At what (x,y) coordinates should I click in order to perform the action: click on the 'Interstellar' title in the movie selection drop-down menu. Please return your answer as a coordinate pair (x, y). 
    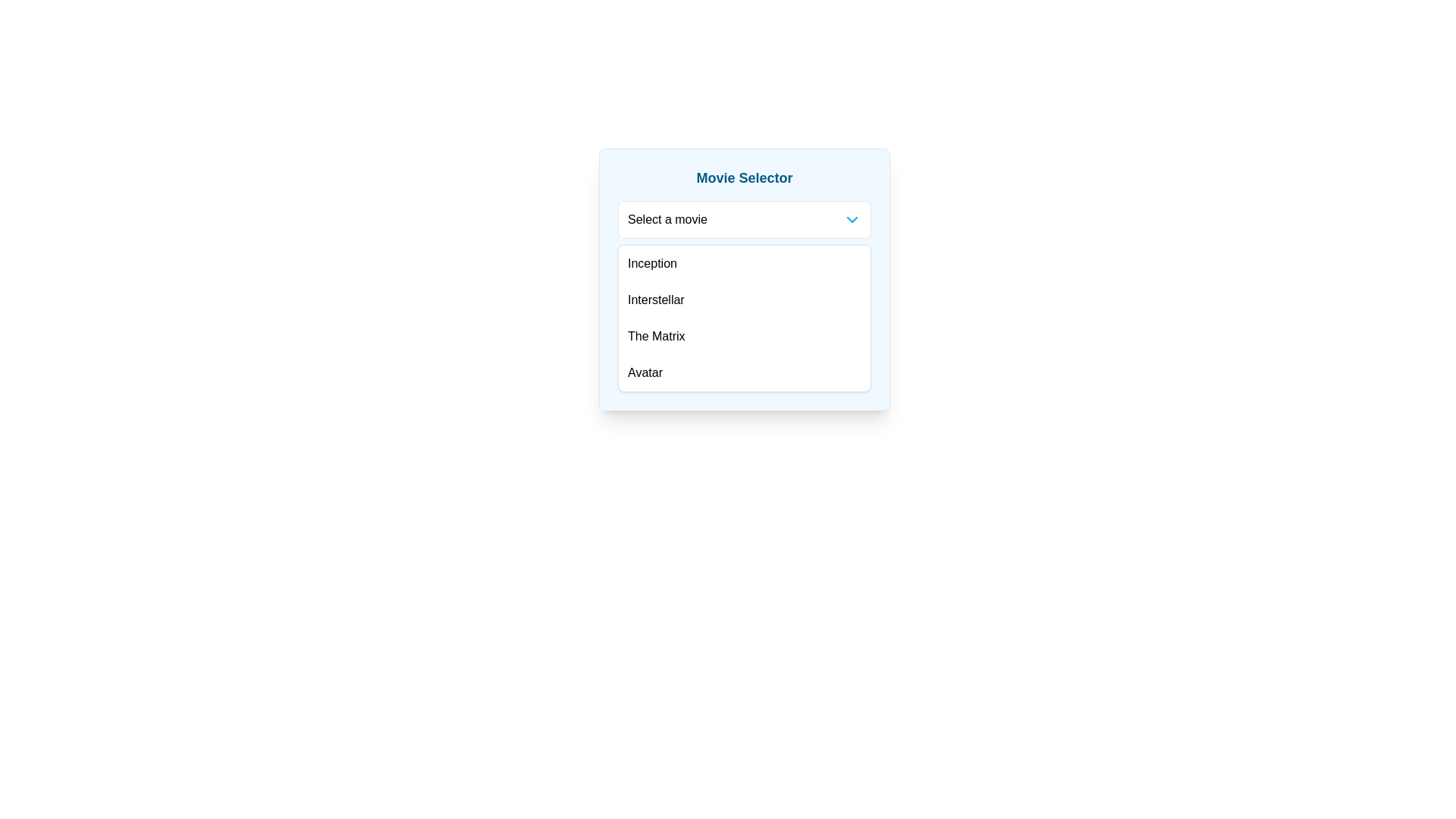
    Looking at the image, I should click on (656, 300).